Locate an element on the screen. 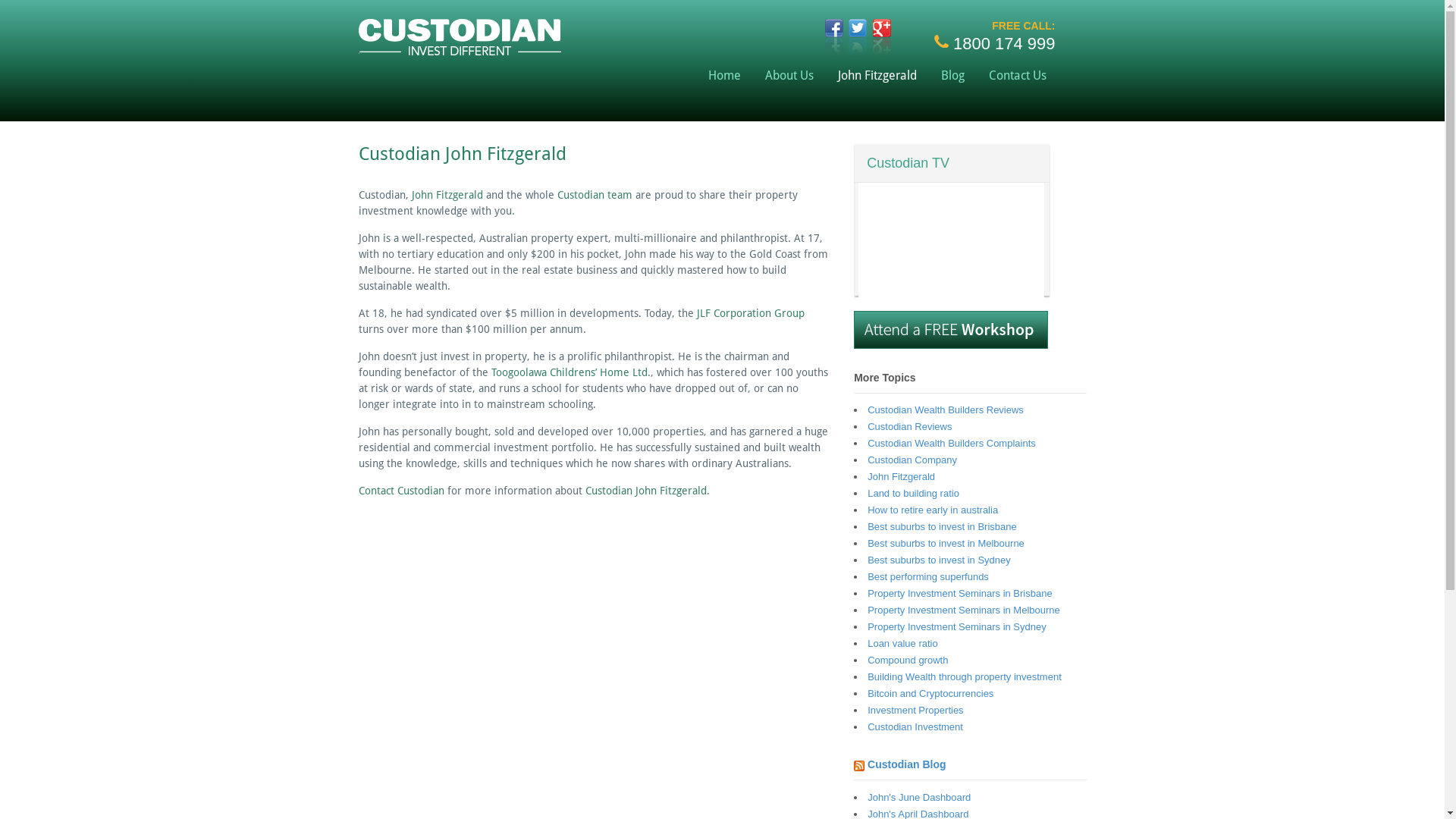 The image size is (1456, 819). 'Blog' is located at coordinates (927, 75).